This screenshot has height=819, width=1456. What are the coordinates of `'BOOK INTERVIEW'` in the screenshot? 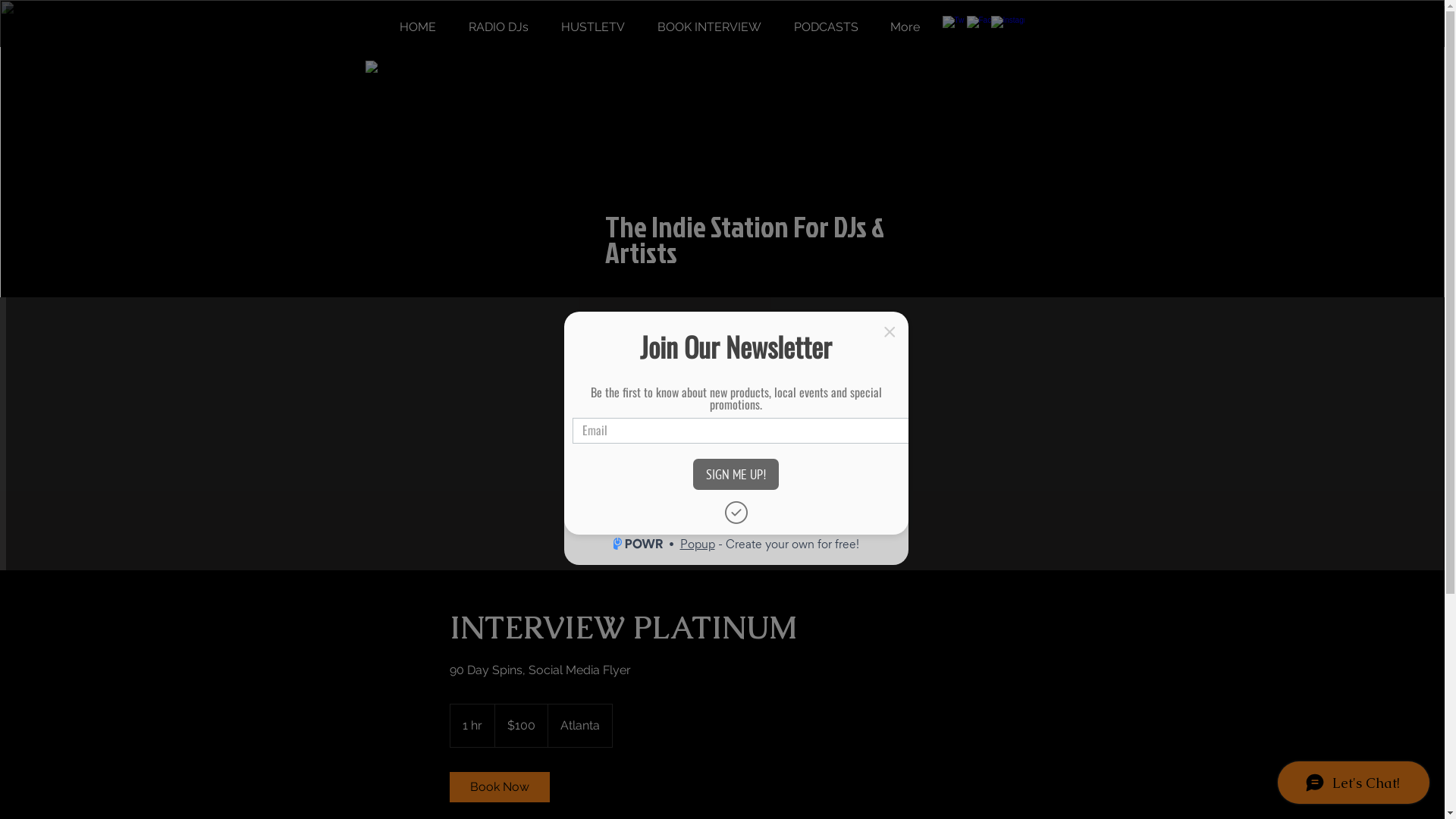 It's located at (709, 27).